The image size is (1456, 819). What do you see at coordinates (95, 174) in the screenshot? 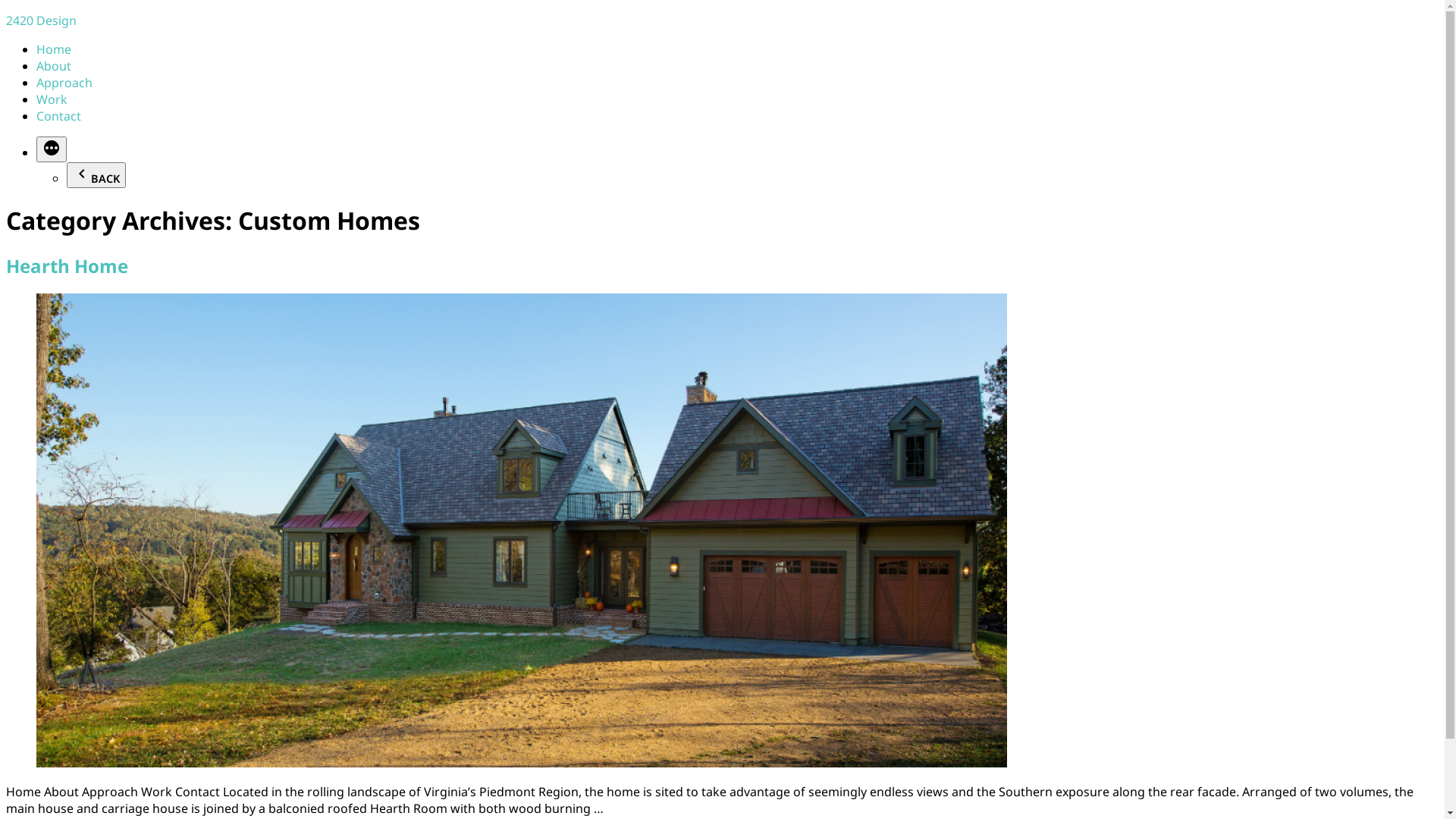
I see `'BACK'` at bounding box center [95, 174].